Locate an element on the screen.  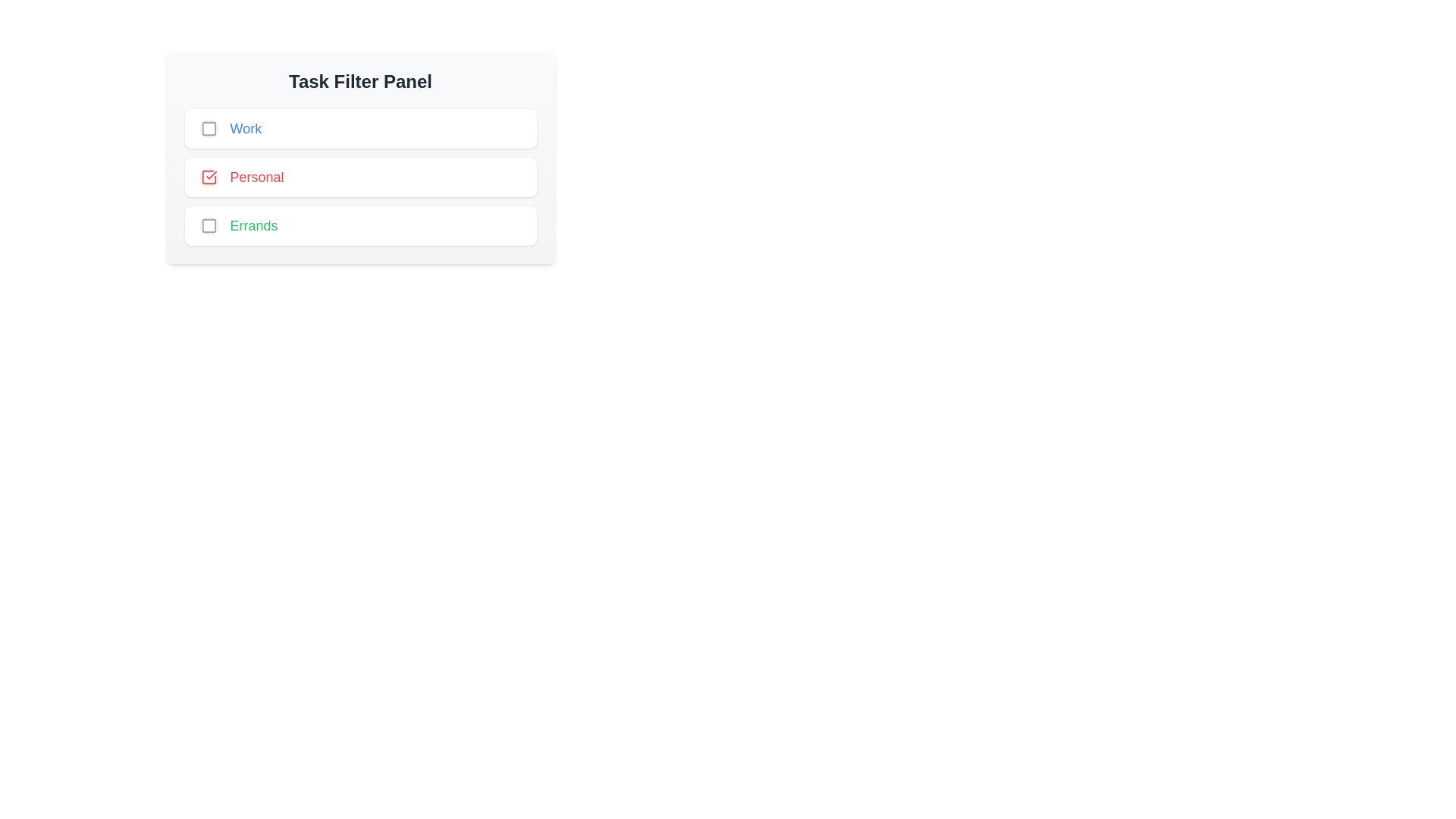
the circular checkbox icon with a red checkmark associated with the 'Personal' entry is located at coordinates (208, 177).